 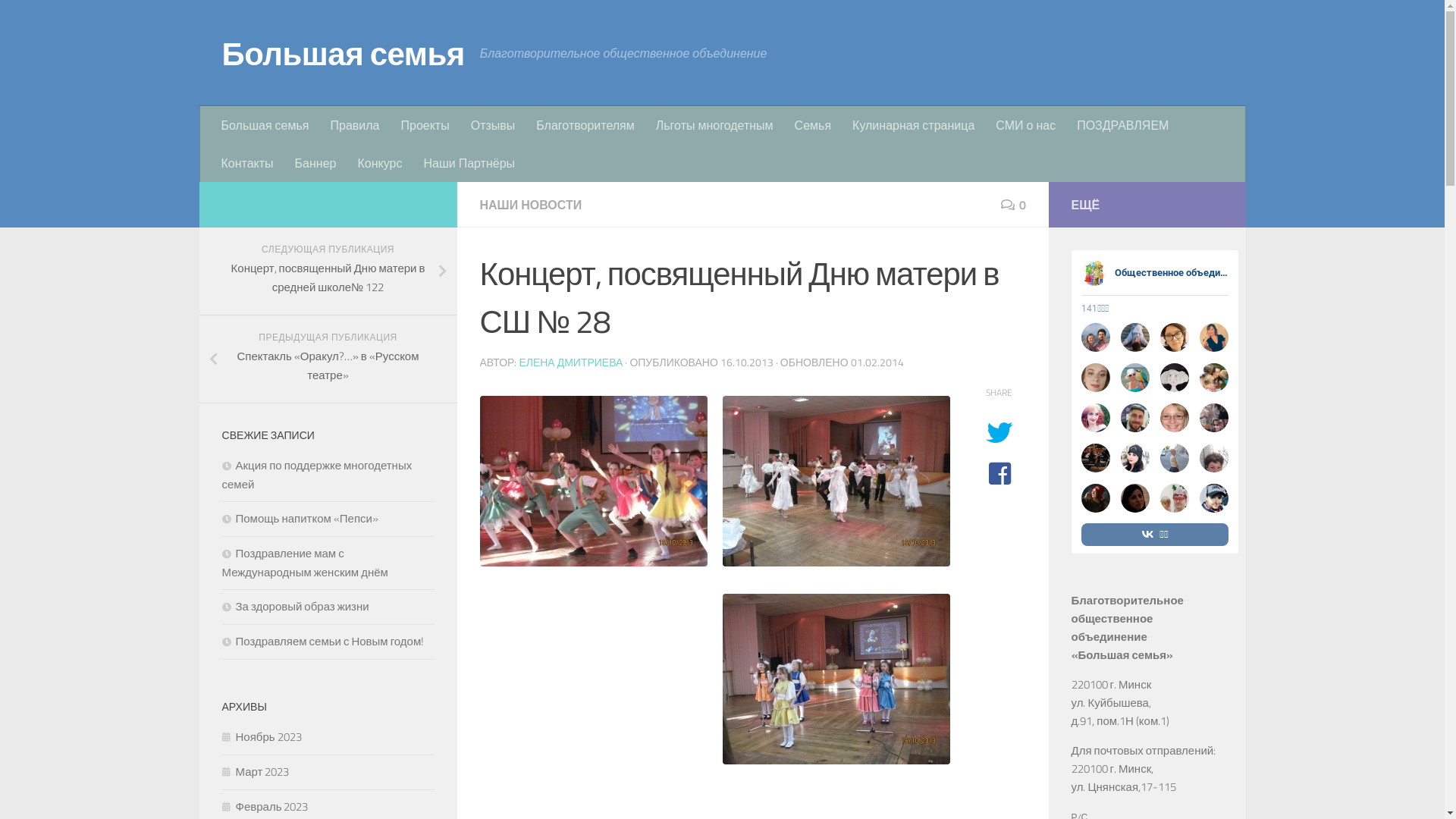 What do you see at coordinates (1013, 205) in the screenshot?
I see `'0'` at bounding box center [1013, 205].